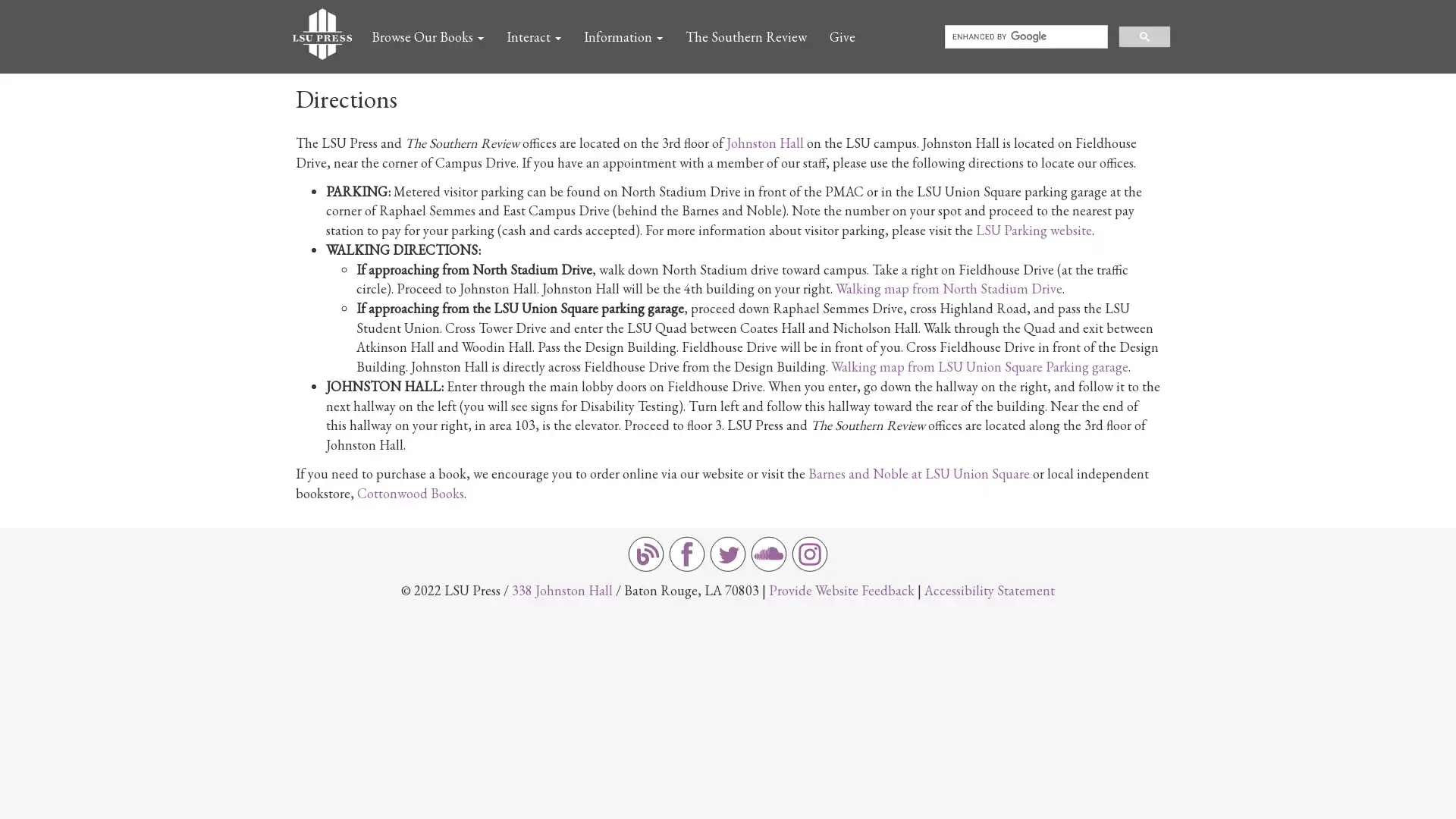 The image size is (1456, 819). Describe the element at coordinates (1144, 35) in the screenshot. I see `search` at that location.